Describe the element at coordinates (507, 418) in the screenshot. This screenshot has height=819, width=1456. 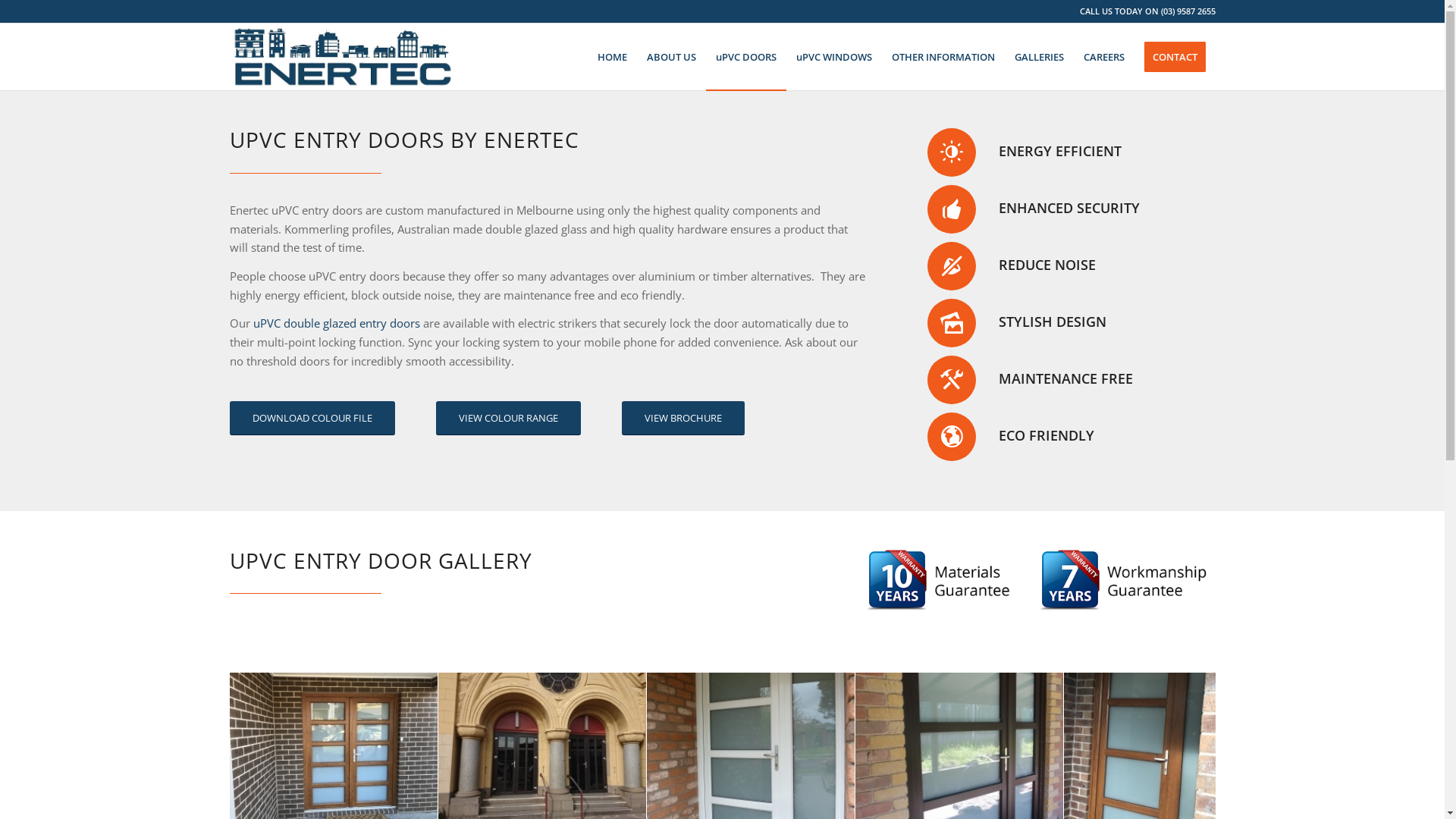
I see `'VIEW COLOUR RANGE'` at that location.